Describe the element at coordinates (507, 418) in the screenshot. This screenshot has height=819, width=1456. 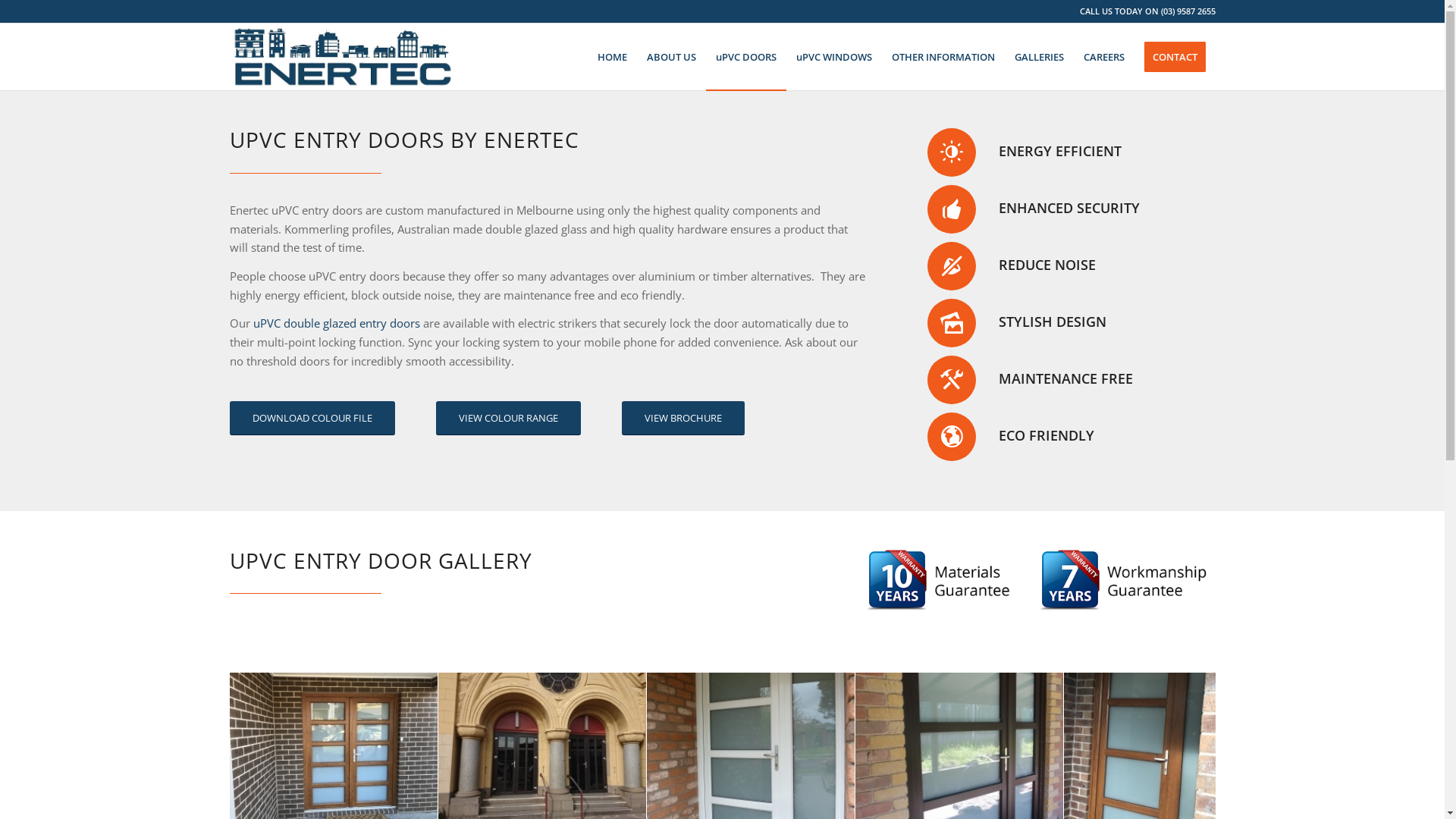
I see `'VIEW COLOUR RANGE'` at that location.